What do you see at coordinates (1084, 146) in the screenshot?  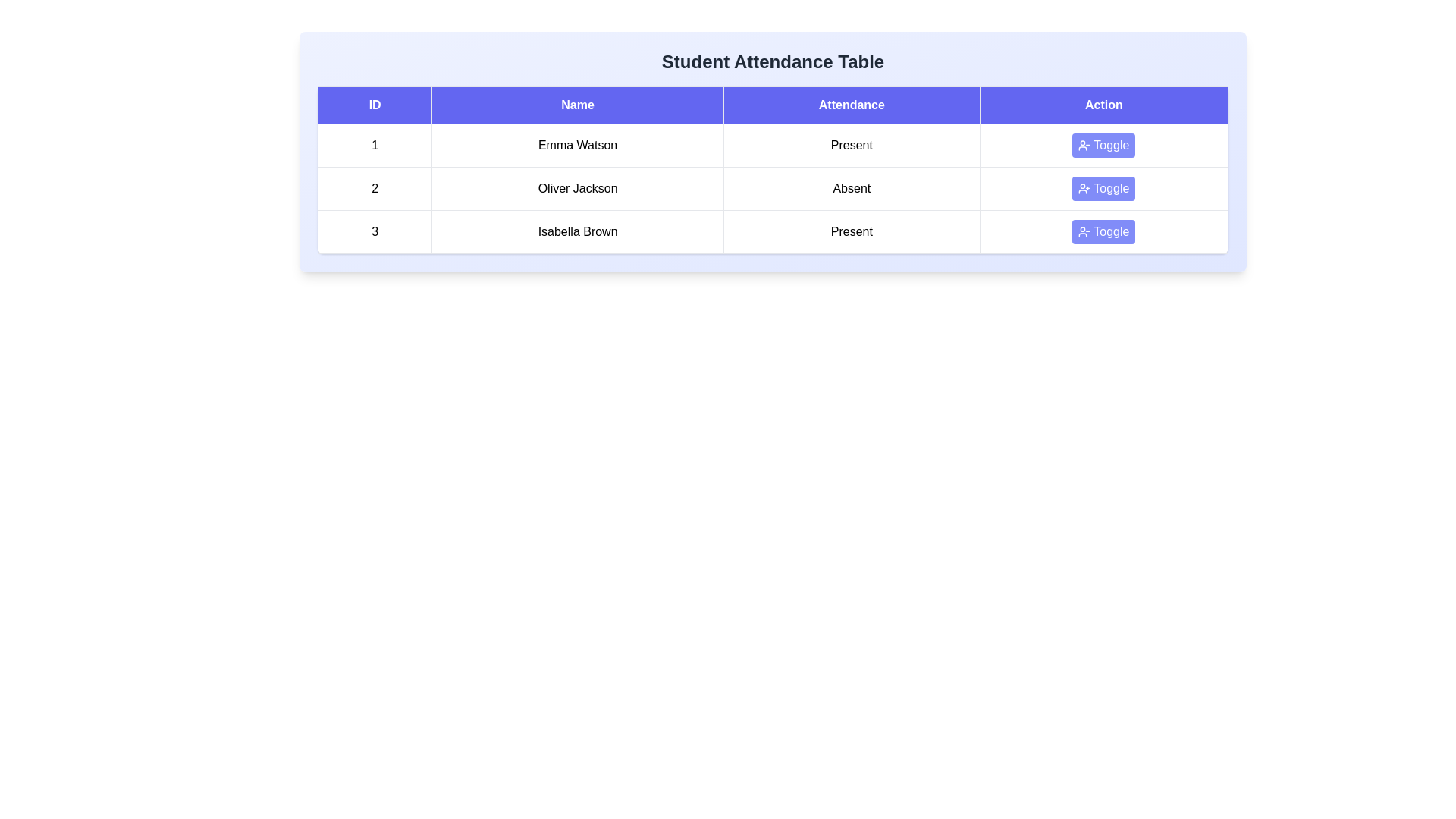 I see `tooltip or description of the user-minus icon located within the first 'Toggle' button in the 'Action' column of the table, associated with the first row of data` at bounding box center [1084, 146].